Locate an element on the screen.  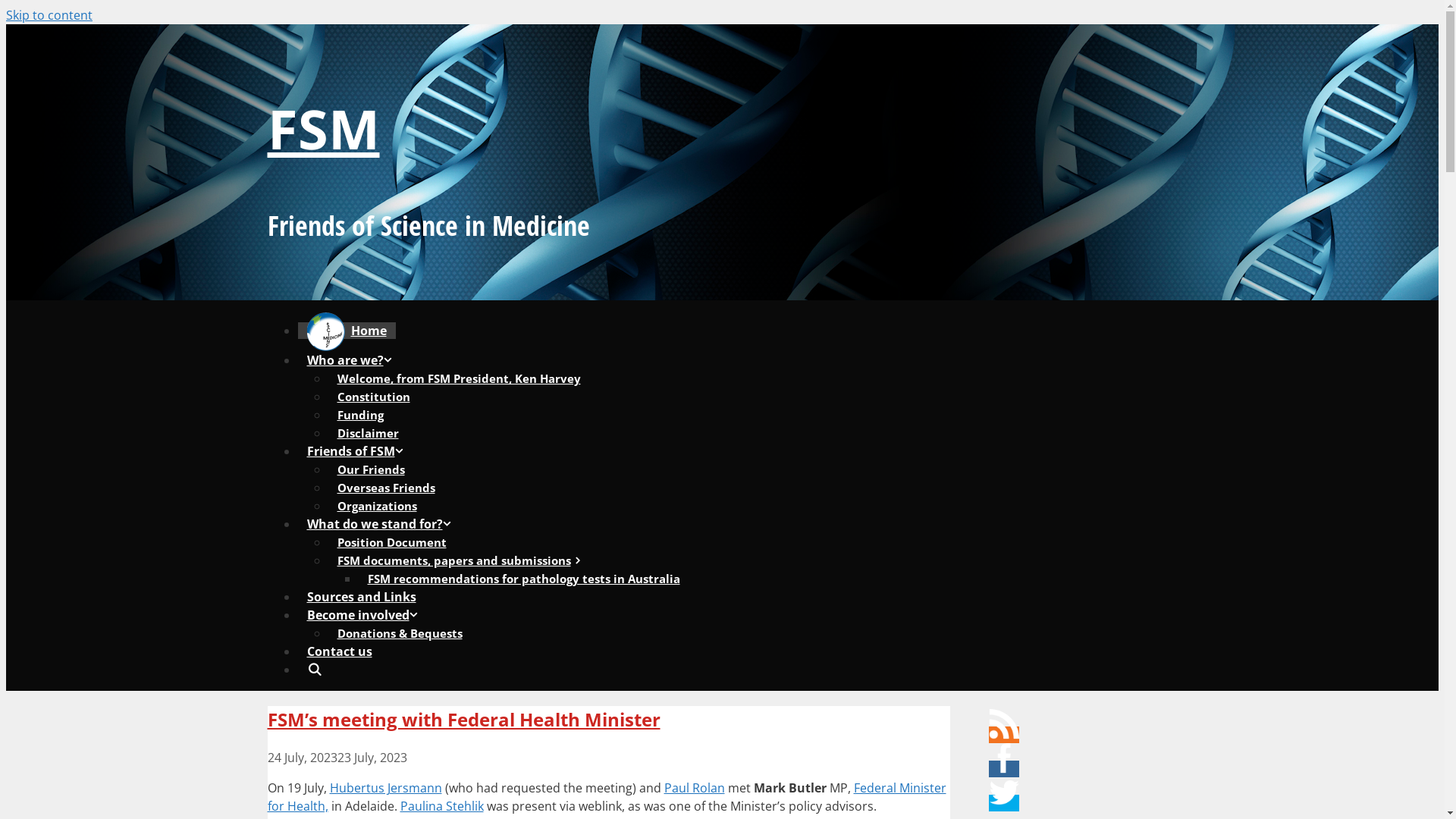
'What do we stand for?' is located at coordinates (383, 522).